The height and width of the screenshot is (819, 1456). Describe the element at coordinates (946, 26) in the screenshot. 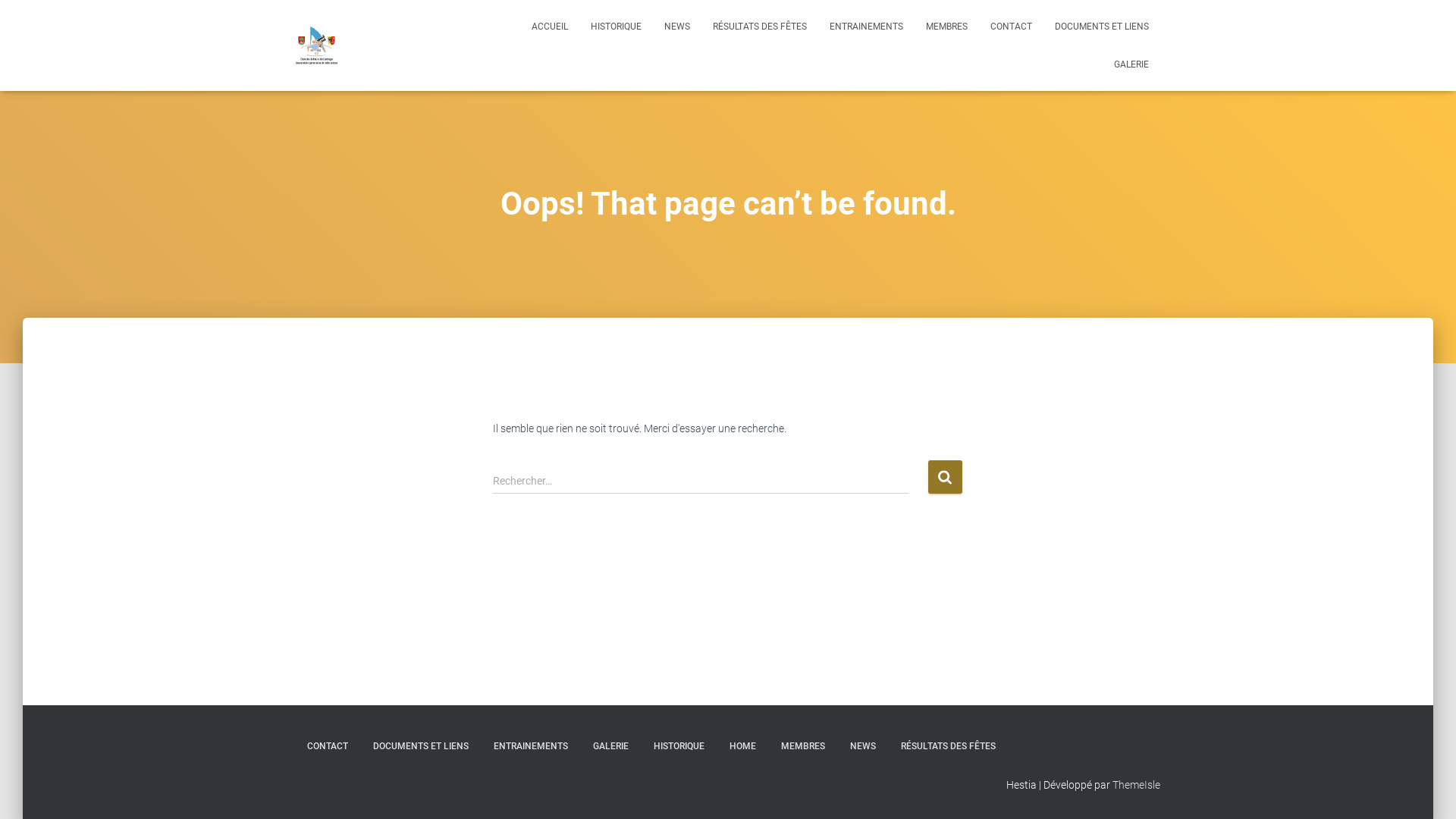

I see `'MEMBRES'` at that location.